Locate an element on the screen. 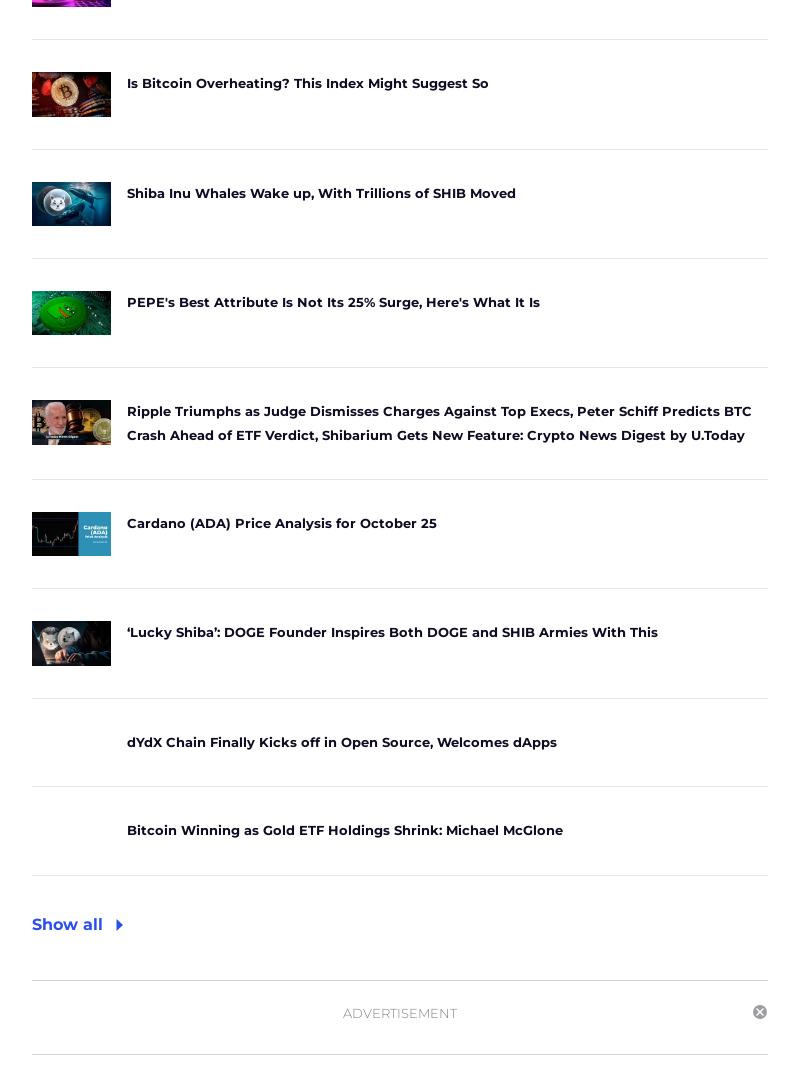  'Cardano (ADA) Price Analysis for October 25' is located at coordinates (126, 523).